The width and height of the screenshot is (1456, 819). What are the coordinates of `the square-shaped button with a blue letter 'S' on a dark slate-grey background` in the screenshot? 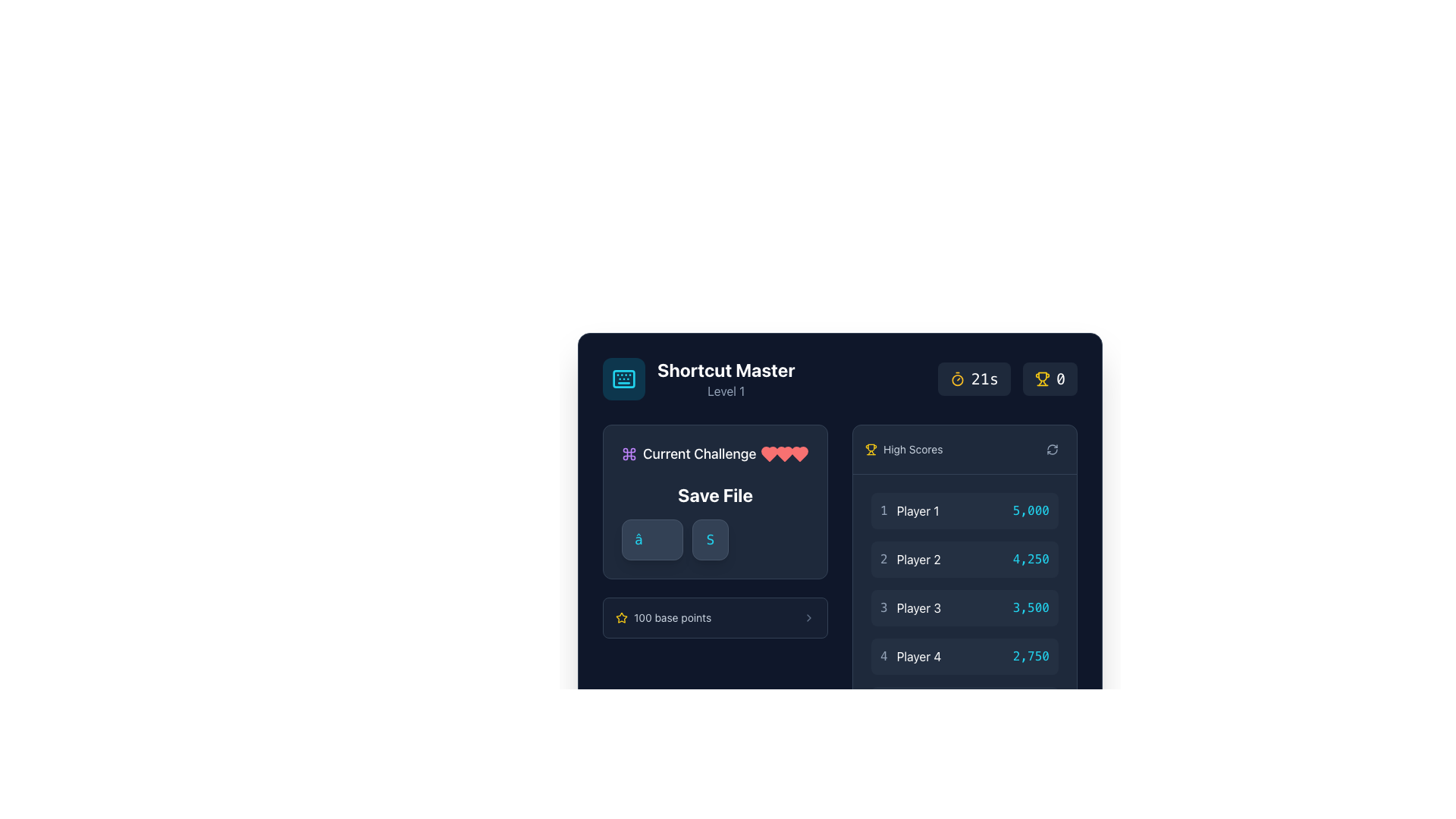 It's located at (709, 539).